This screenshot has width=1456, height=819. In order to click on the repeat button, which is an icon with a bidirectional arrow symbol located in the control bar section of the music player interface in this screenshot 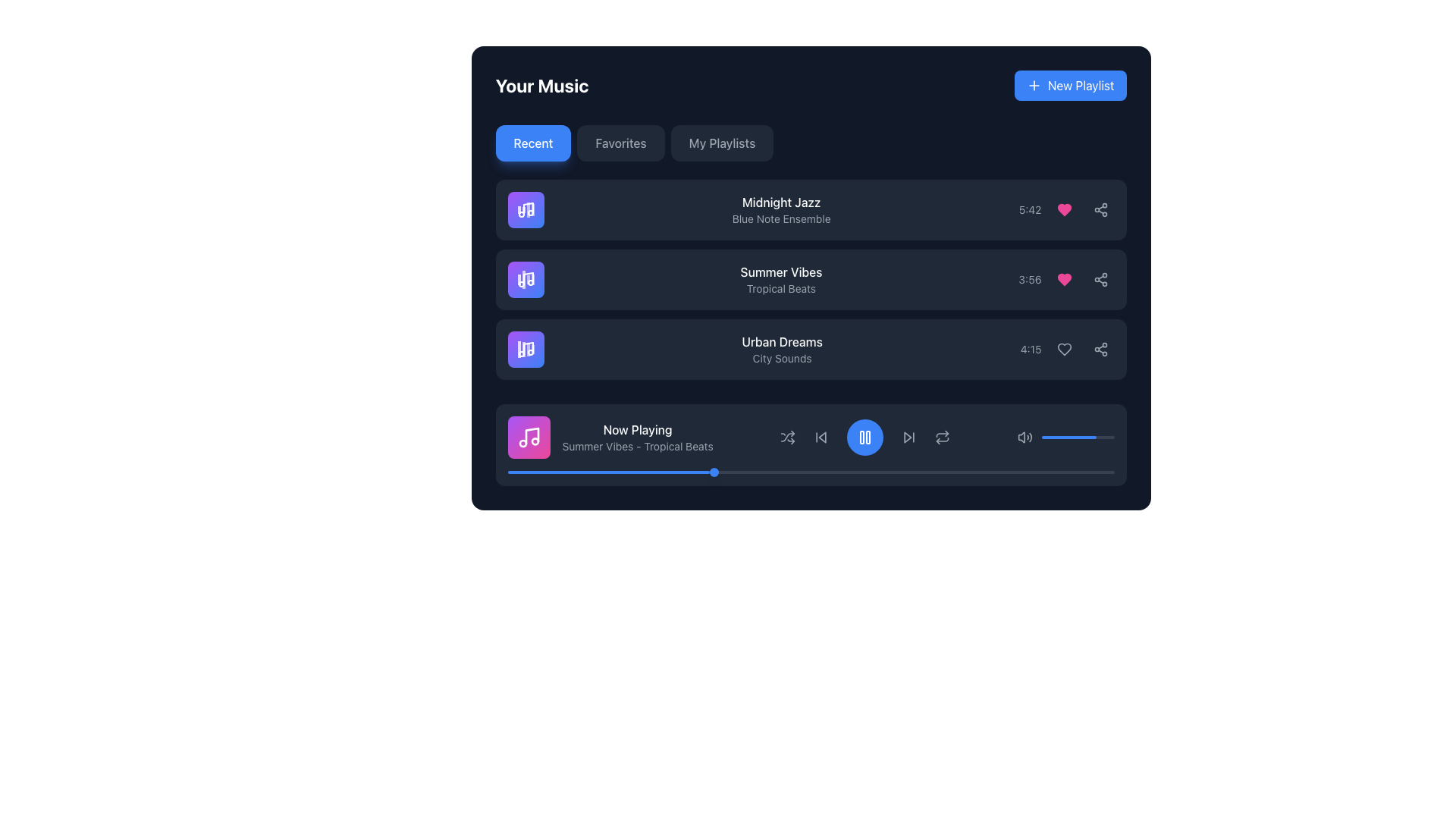, I will do `click(942, 438)`.